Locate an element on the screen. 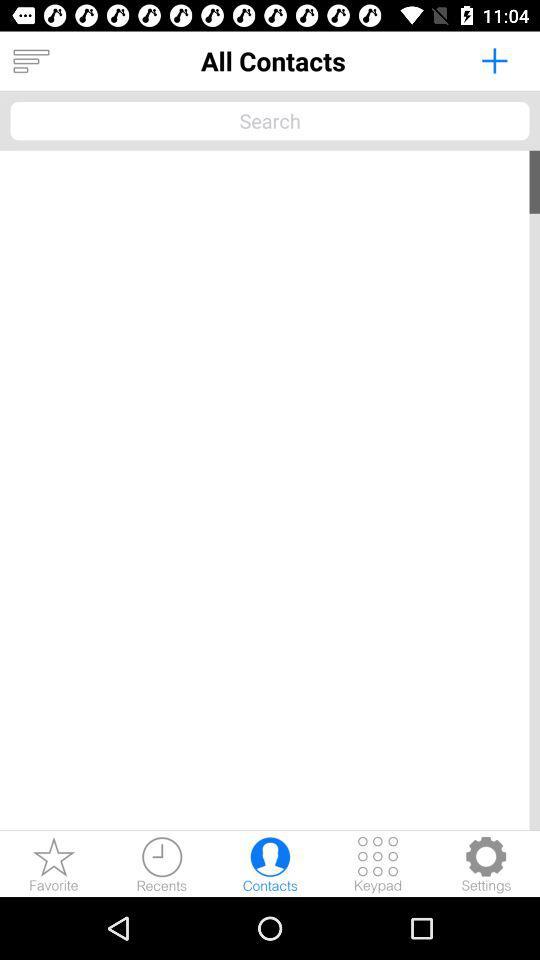 Image resolution: width=540 pixels, height=960 pixels. search bar is located at coordinates (270, 120).